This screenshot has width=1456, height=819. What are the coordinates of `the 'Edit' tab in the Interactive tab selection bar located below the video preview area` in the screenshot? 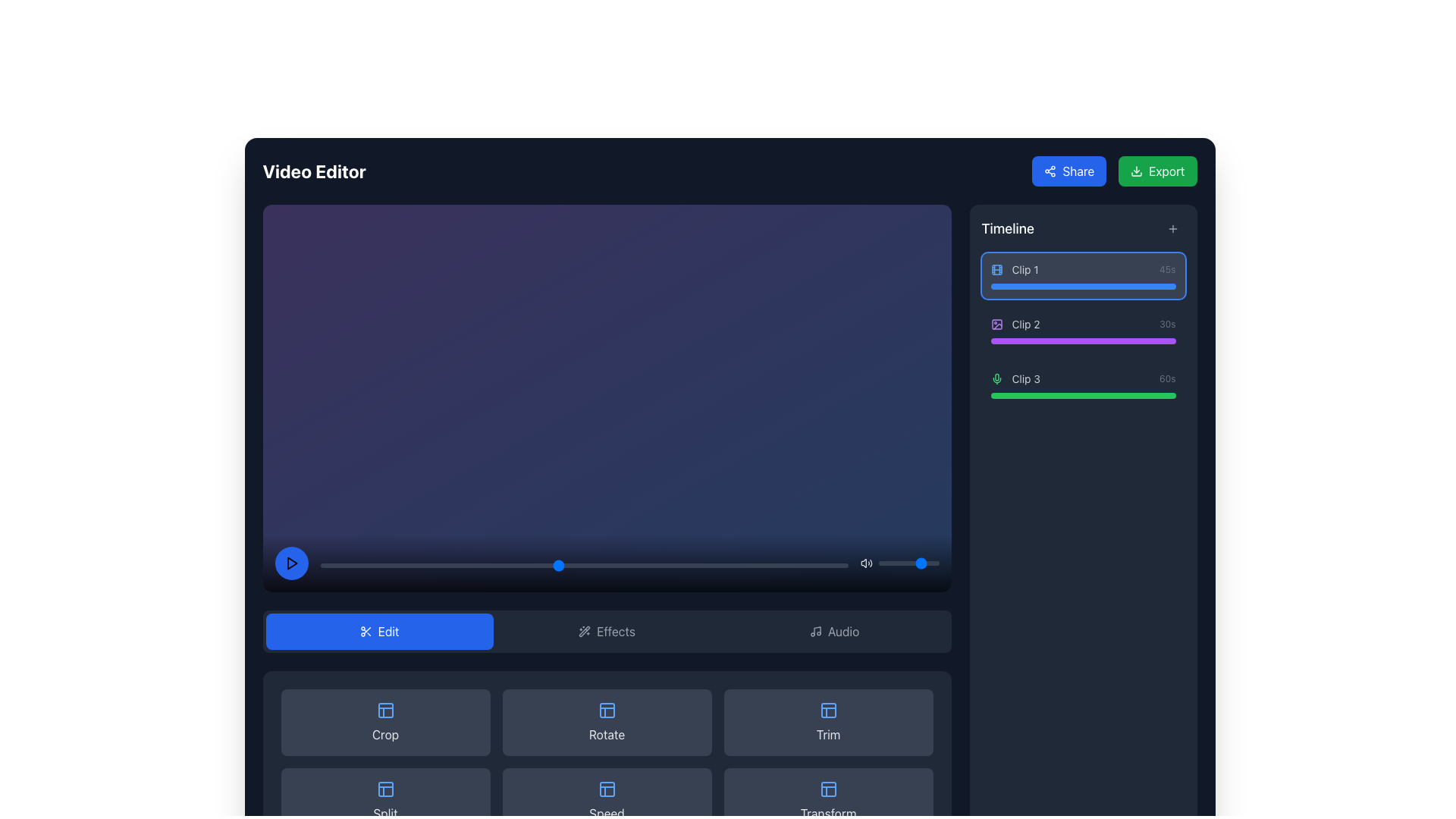 It's located at (607, 631).